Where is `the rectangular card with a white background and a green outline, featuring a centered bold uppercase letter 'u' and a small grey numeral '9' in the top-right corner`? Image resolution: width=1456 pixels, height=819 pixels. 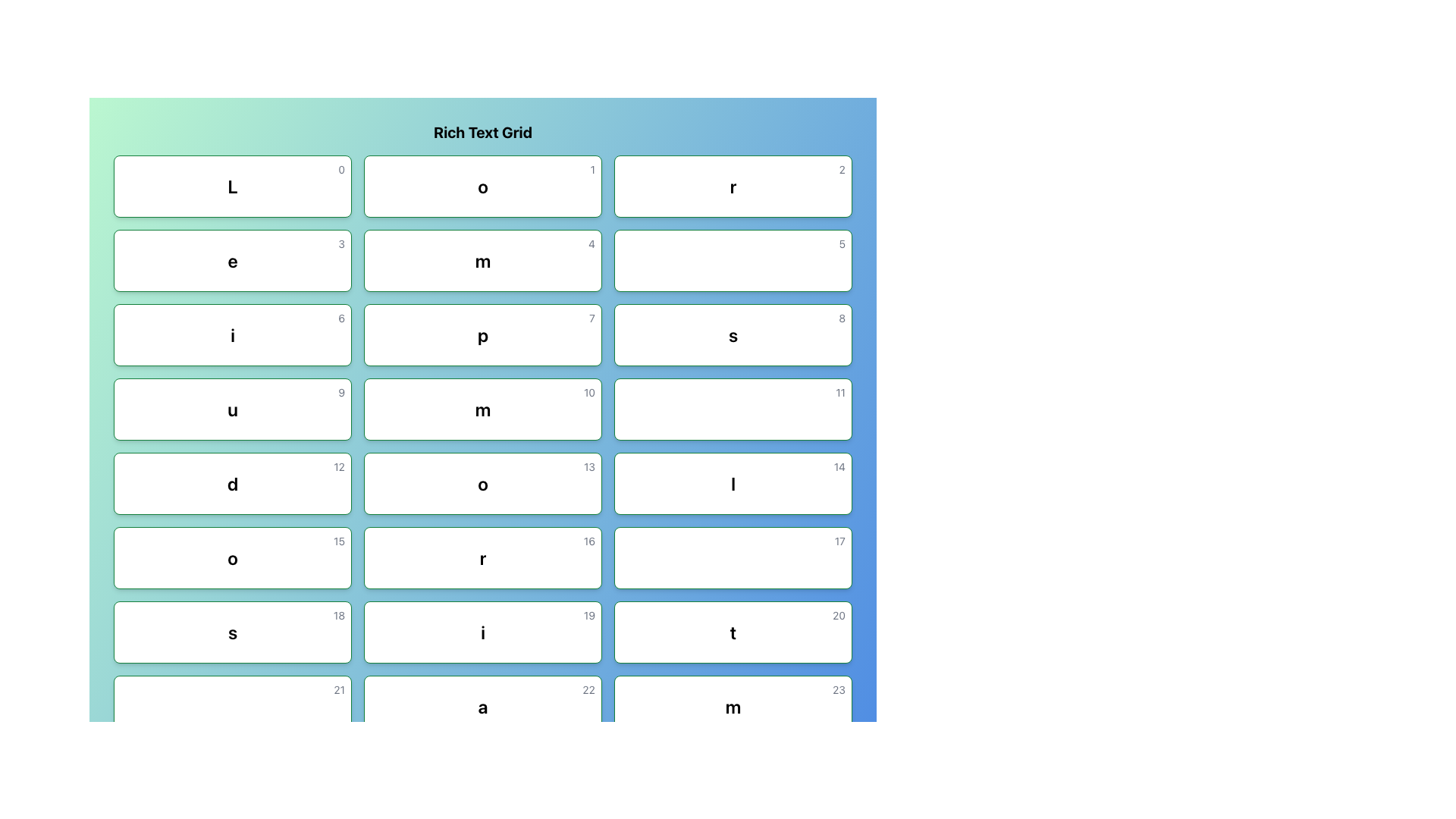 the rectangular card with a white background and a green outline, featuring a centered bold uppercase letter 'u' and a small grey numeral '9' in the top-right corner is located at coordinates (232, 409).